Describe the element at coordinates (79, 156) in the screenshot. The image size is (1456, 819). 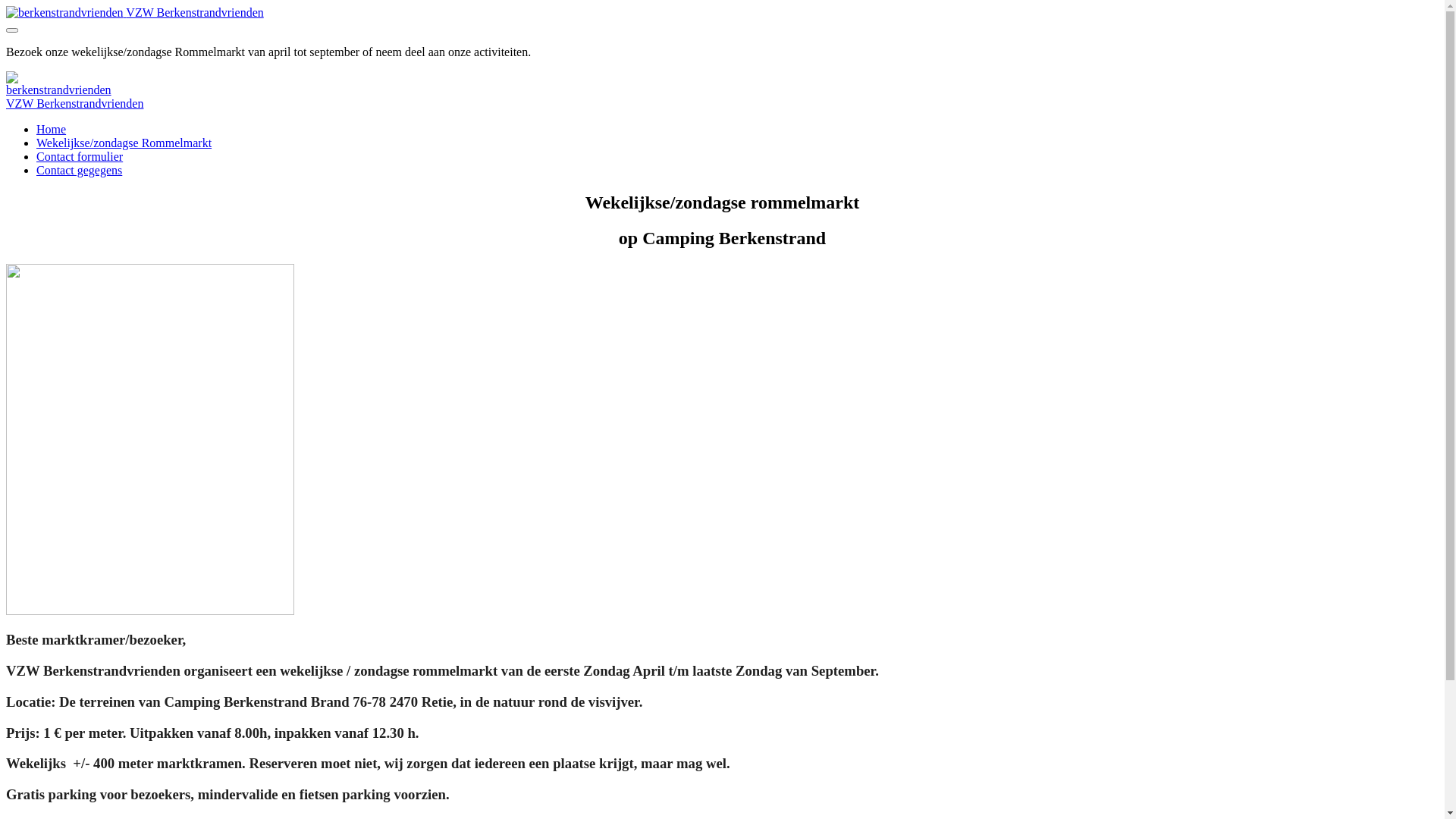
I see `'Contact formulier'` at that location.